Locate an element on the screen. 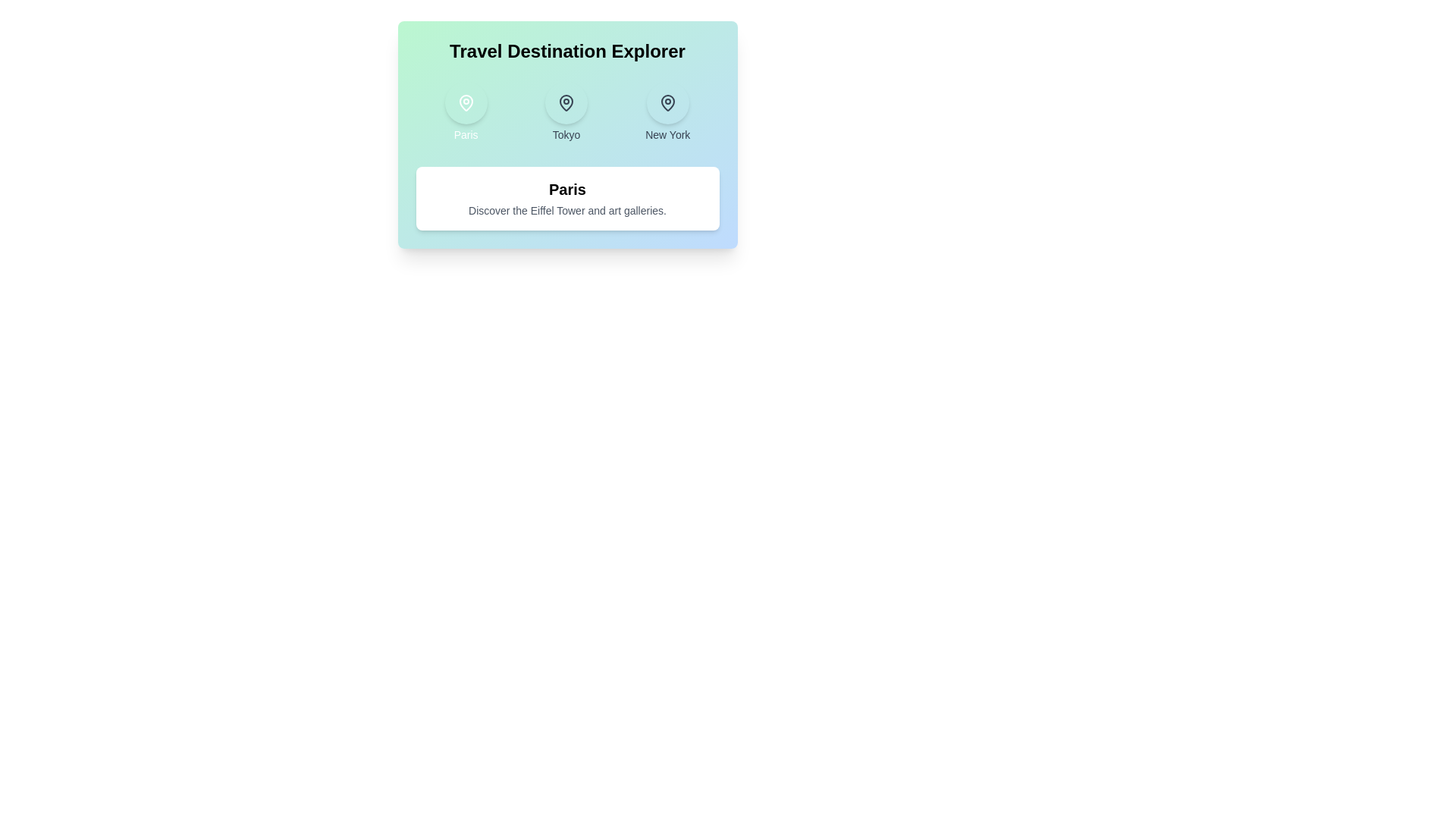 Image resolution: width=1456 pixels, height=819 pixels. the 'Tokyo' travel destination button, which is the second button in a horizontal alignment below the 'Travel Destination Explorer' heading is located at coordinates (565, 102).